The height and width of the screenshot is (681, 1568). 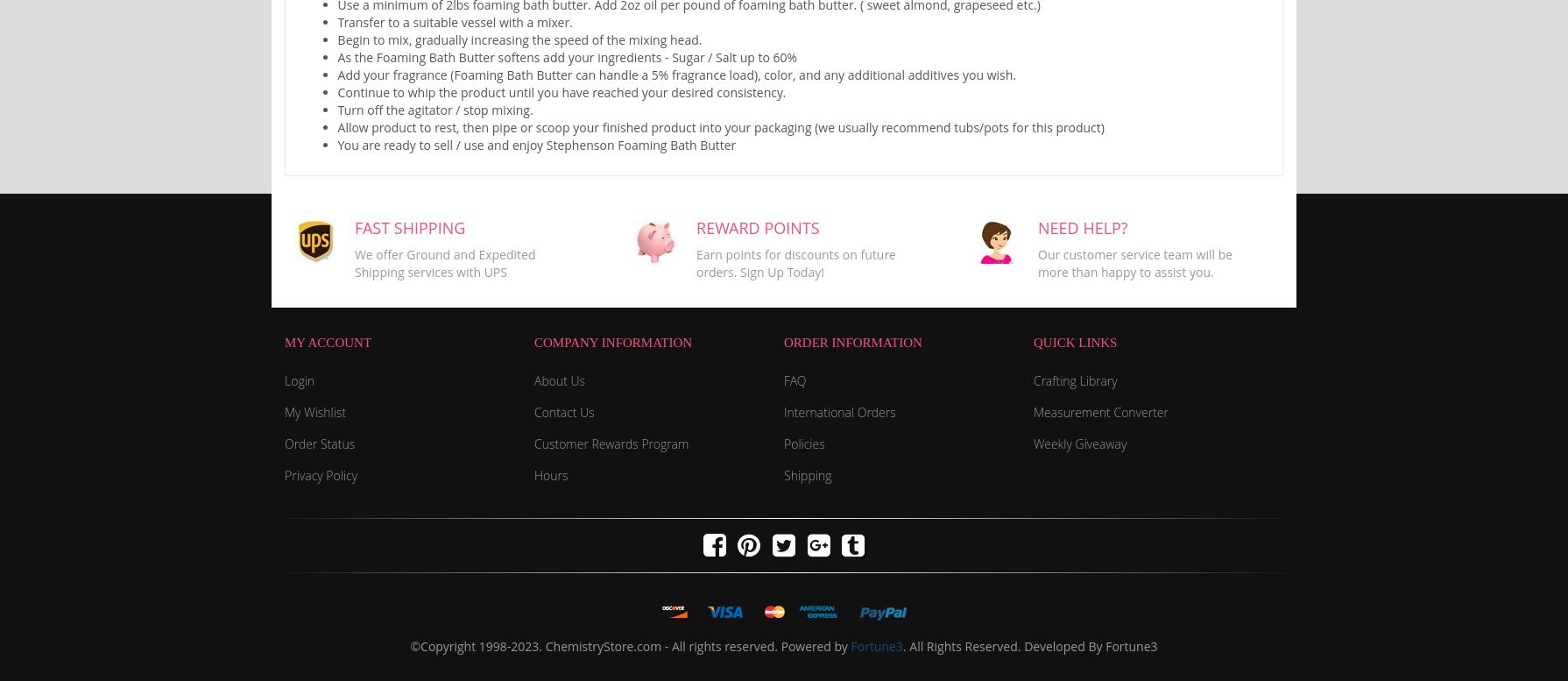 What do you see at coordinates (852, 340) in the screenshot?
I see `'Order Information'` at bounding box center [852, 340].